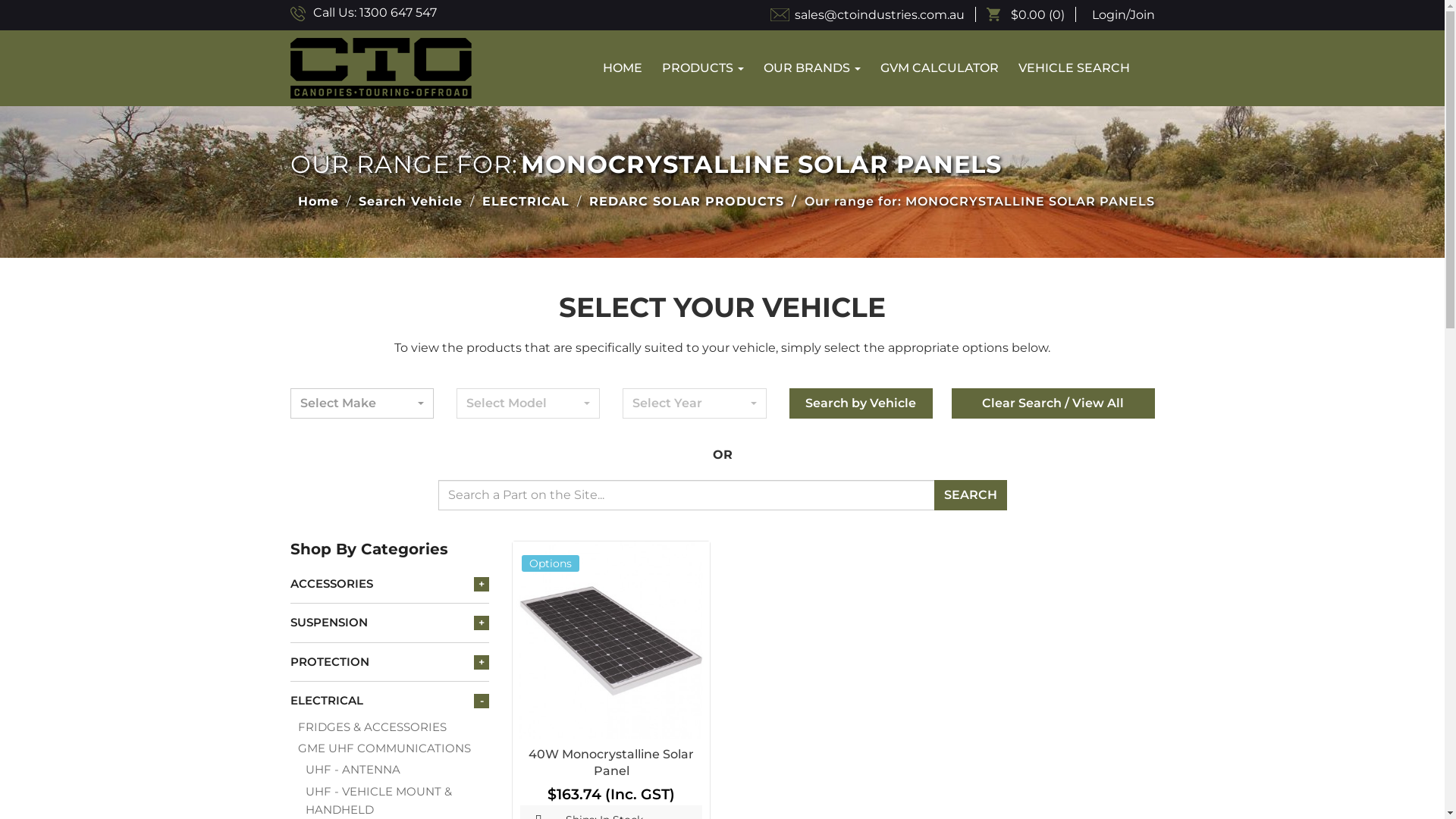 This screenshot has width=1456, height=819. I want to click on 'HOME', so click(622, 67).